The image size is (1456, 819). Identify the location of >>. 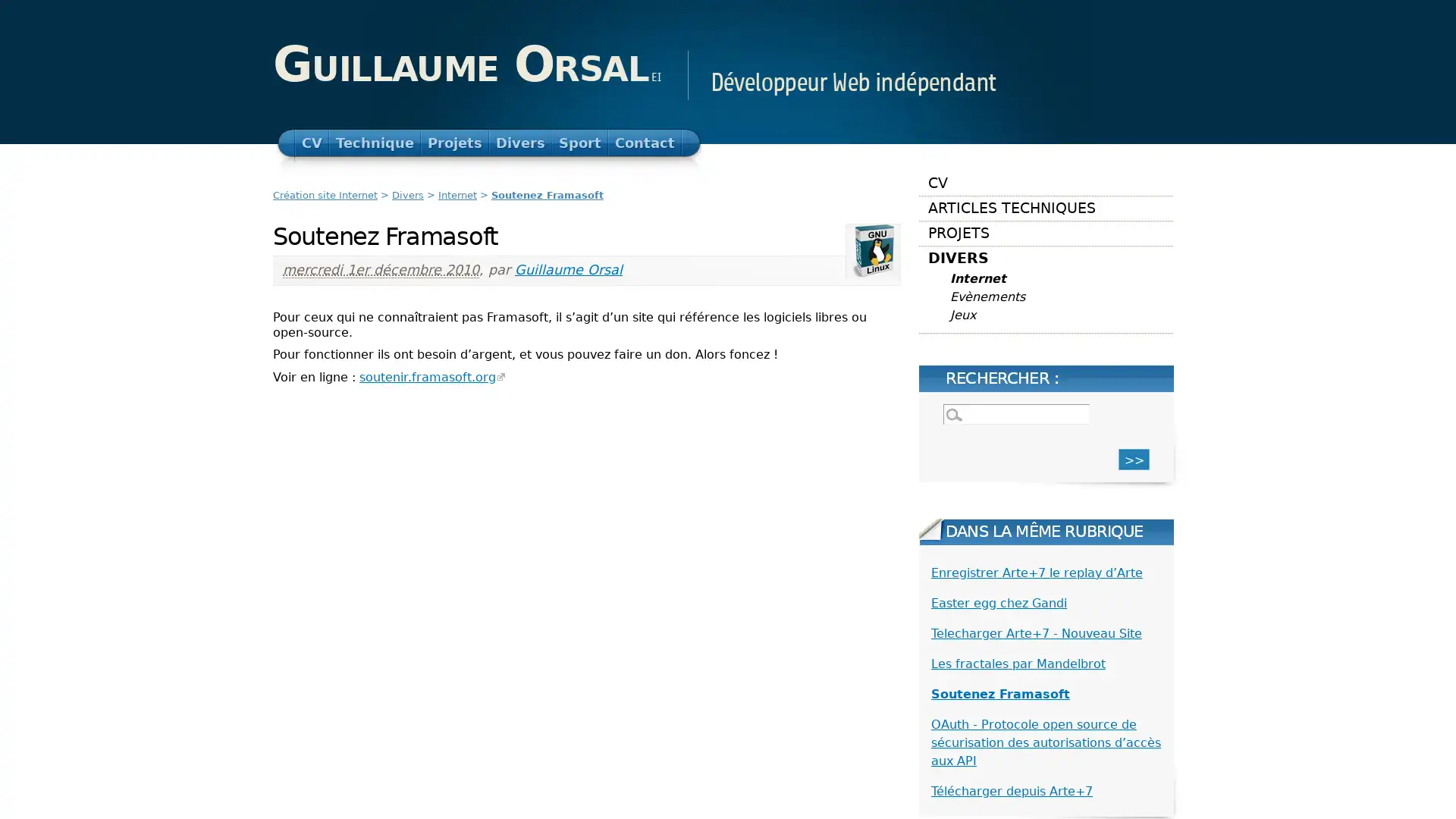
(1134, 458).